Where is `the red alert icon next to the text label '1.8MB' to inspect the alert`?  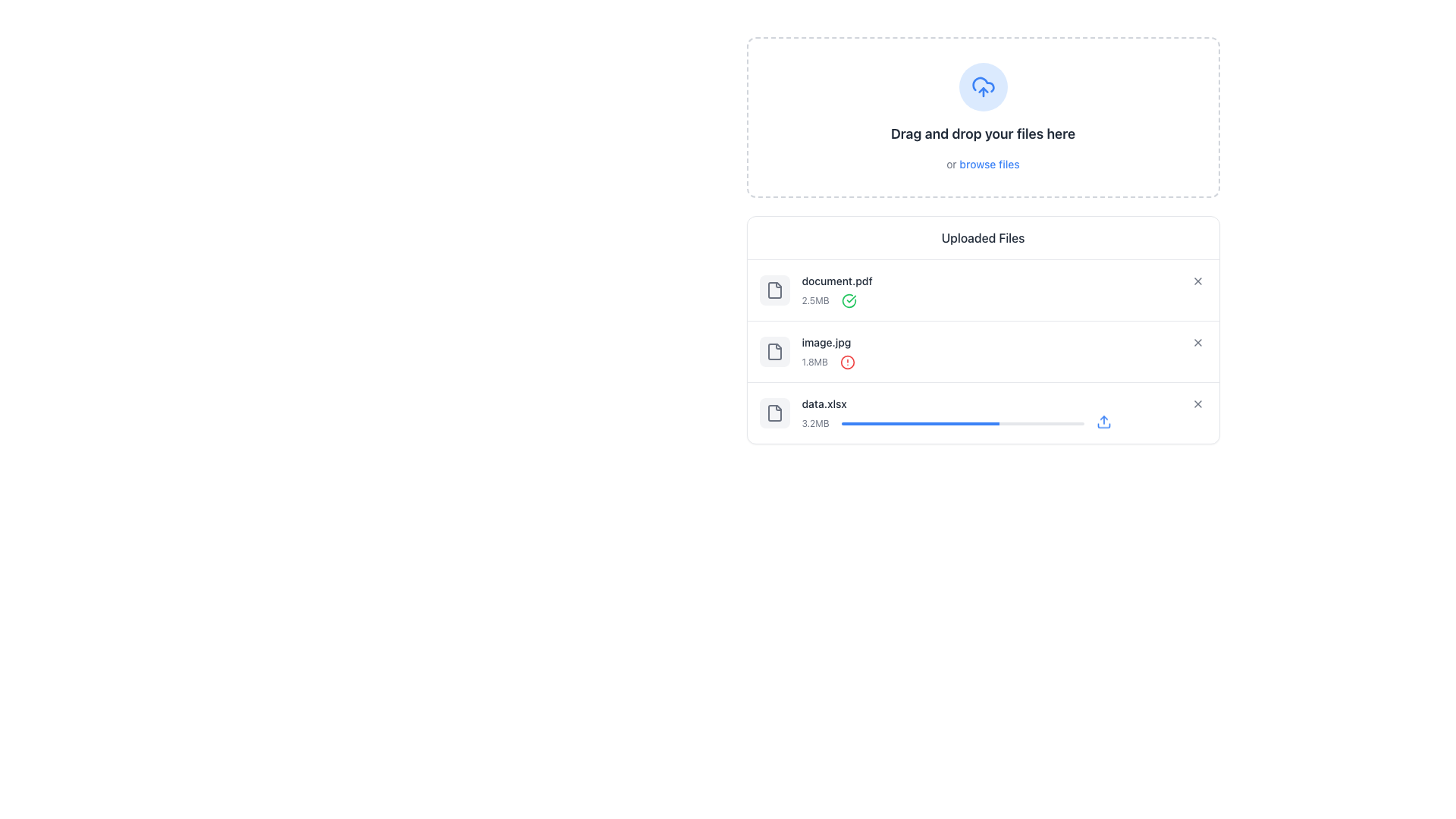
the red alert icon next to the text label '1.8MB' to inspect the alert is located at coordinates (1004, 362).